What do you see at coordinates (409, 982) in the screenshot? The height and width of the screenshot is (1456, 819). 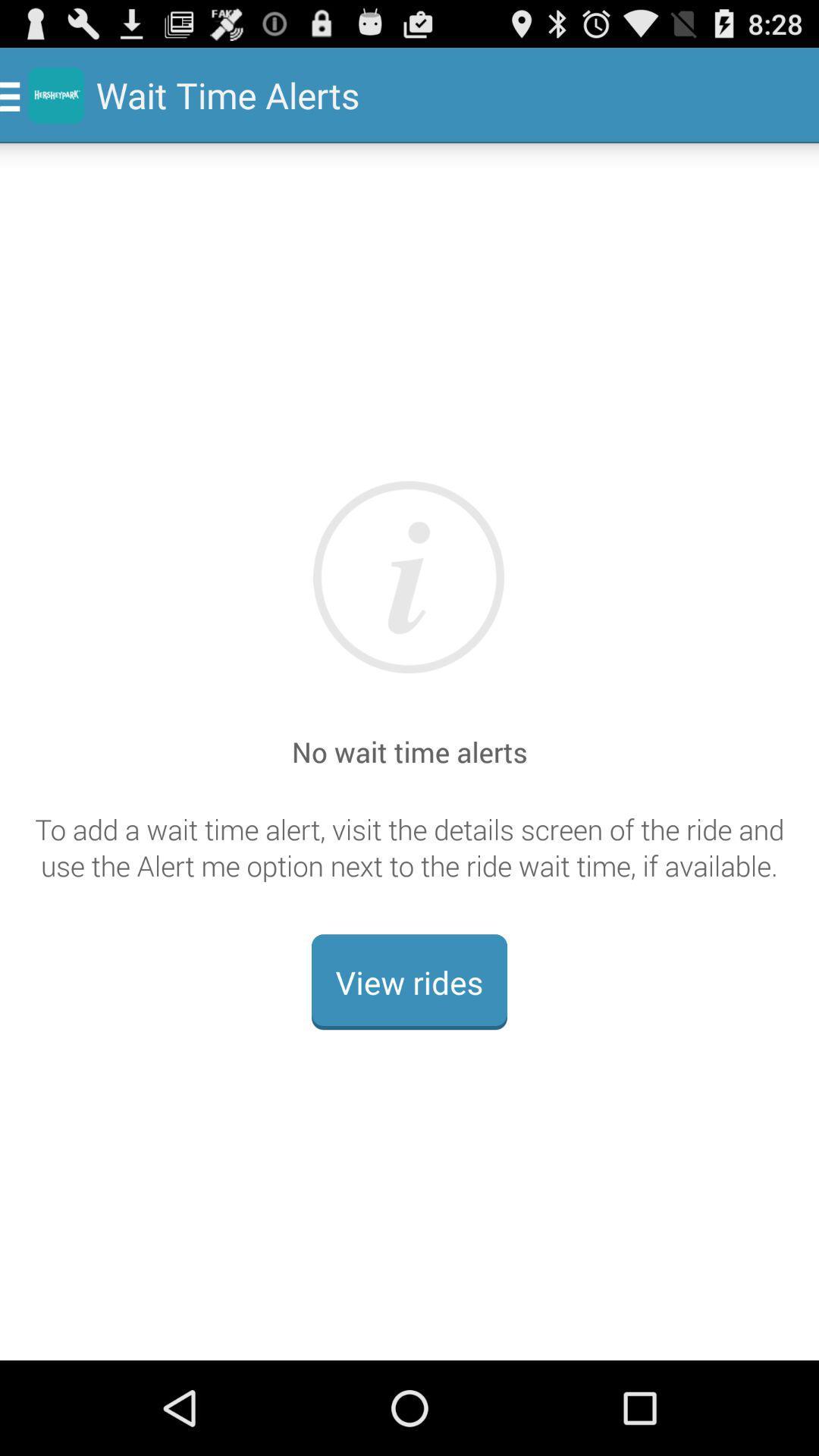 I see `the item below to add a` at bounding box center [409, 982].